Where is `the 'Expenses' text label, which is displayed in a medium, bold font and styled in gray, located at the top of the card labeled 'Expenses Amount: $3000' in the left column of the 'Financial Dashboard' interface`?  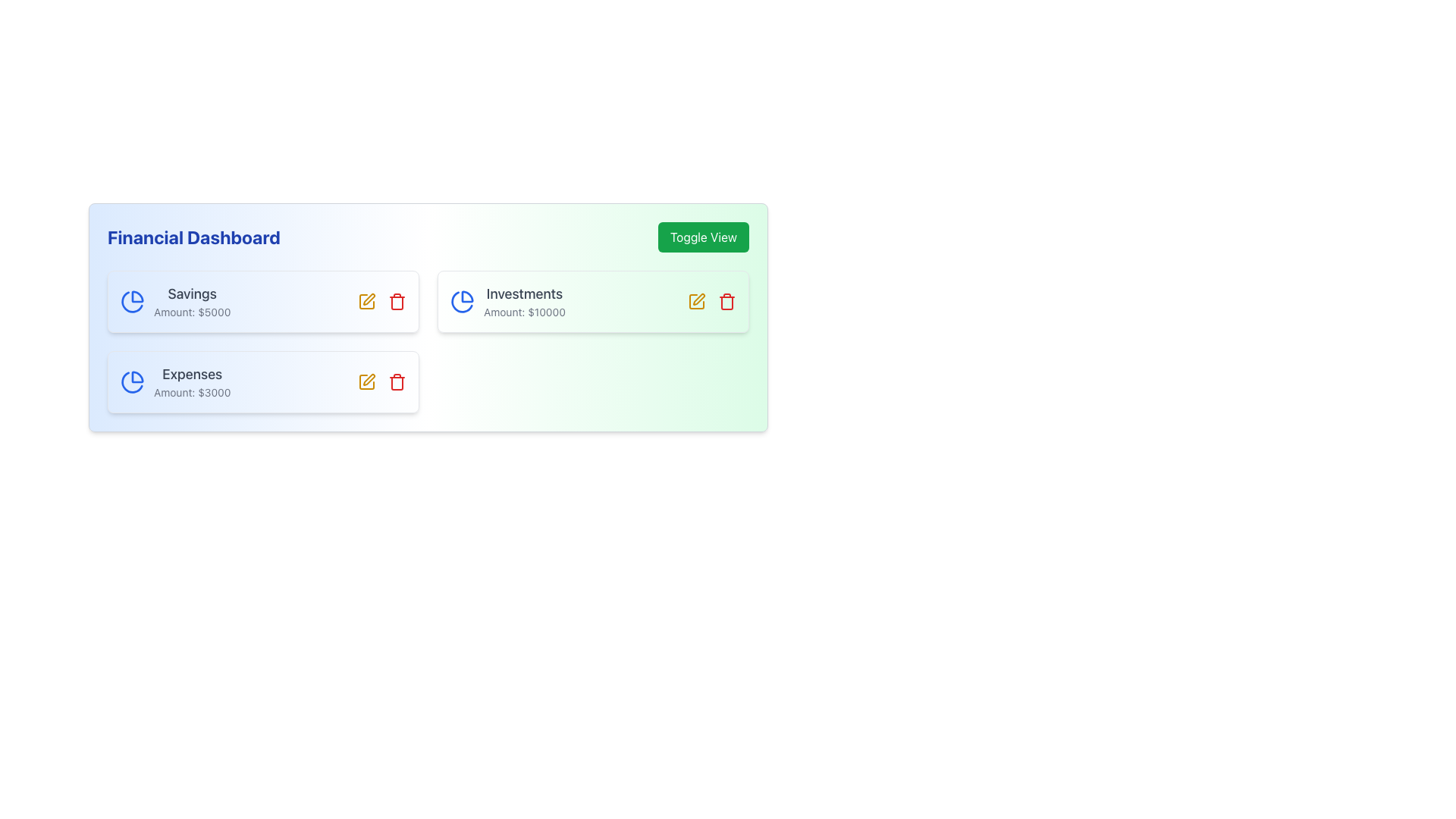
the 'Expenses' text label, which is displayed in a medium, bold font and styled in gray, located at the top of the card labeled 'Expenses Amount: $3000' in the left column of the 'Financial Dashboard' interface is located at coordinates (191, 374).